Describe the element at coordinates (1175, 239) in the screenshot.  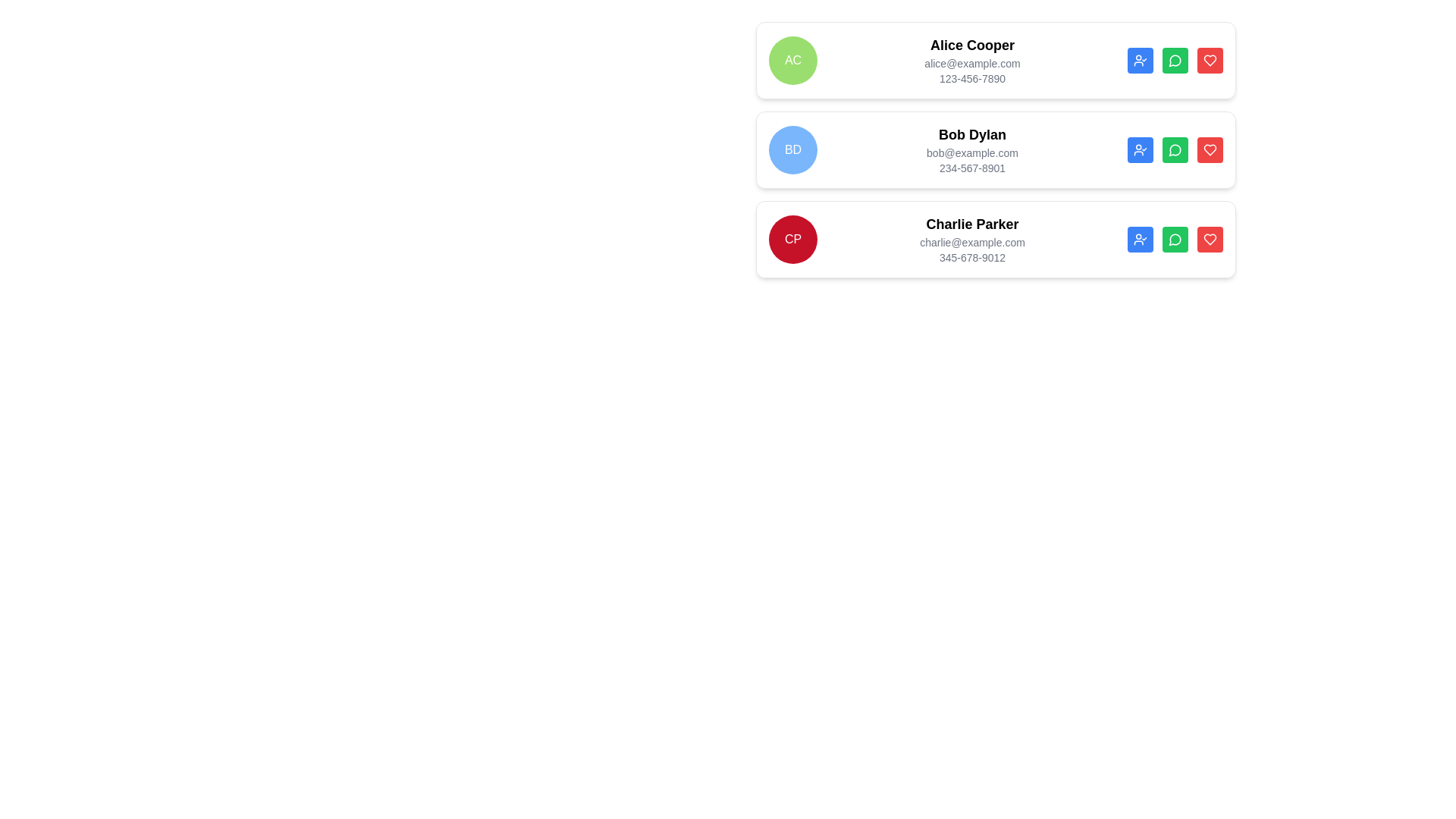
I see `the second button in the row of three buttons located at the bottom of the contact information cards for 'Charlie Parker'` at that location.